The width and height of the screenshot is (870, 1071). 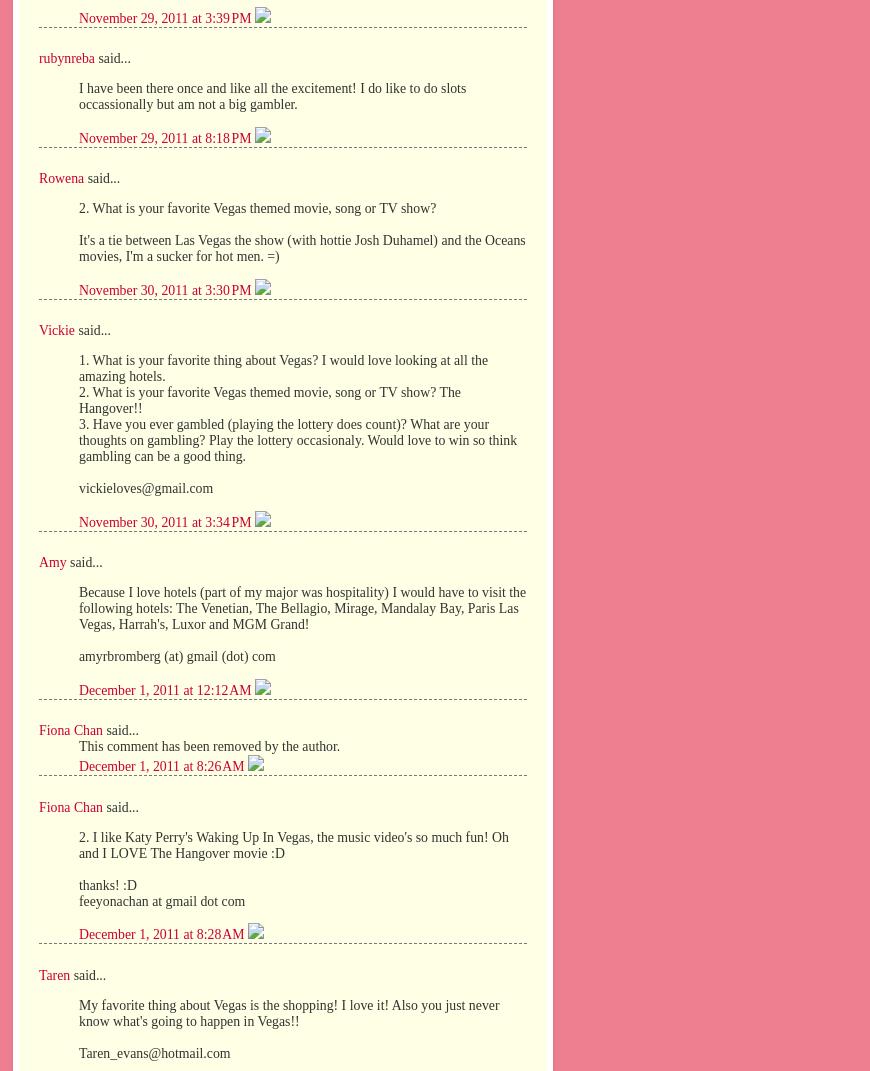 I want to click on '3. Have you ever gambled (playing the lottery does count)? What are your thoughts on gambling? Play the lottery occasionaly. Would love to win so think gambling can be a good thing.', so click(x=297, y=440).